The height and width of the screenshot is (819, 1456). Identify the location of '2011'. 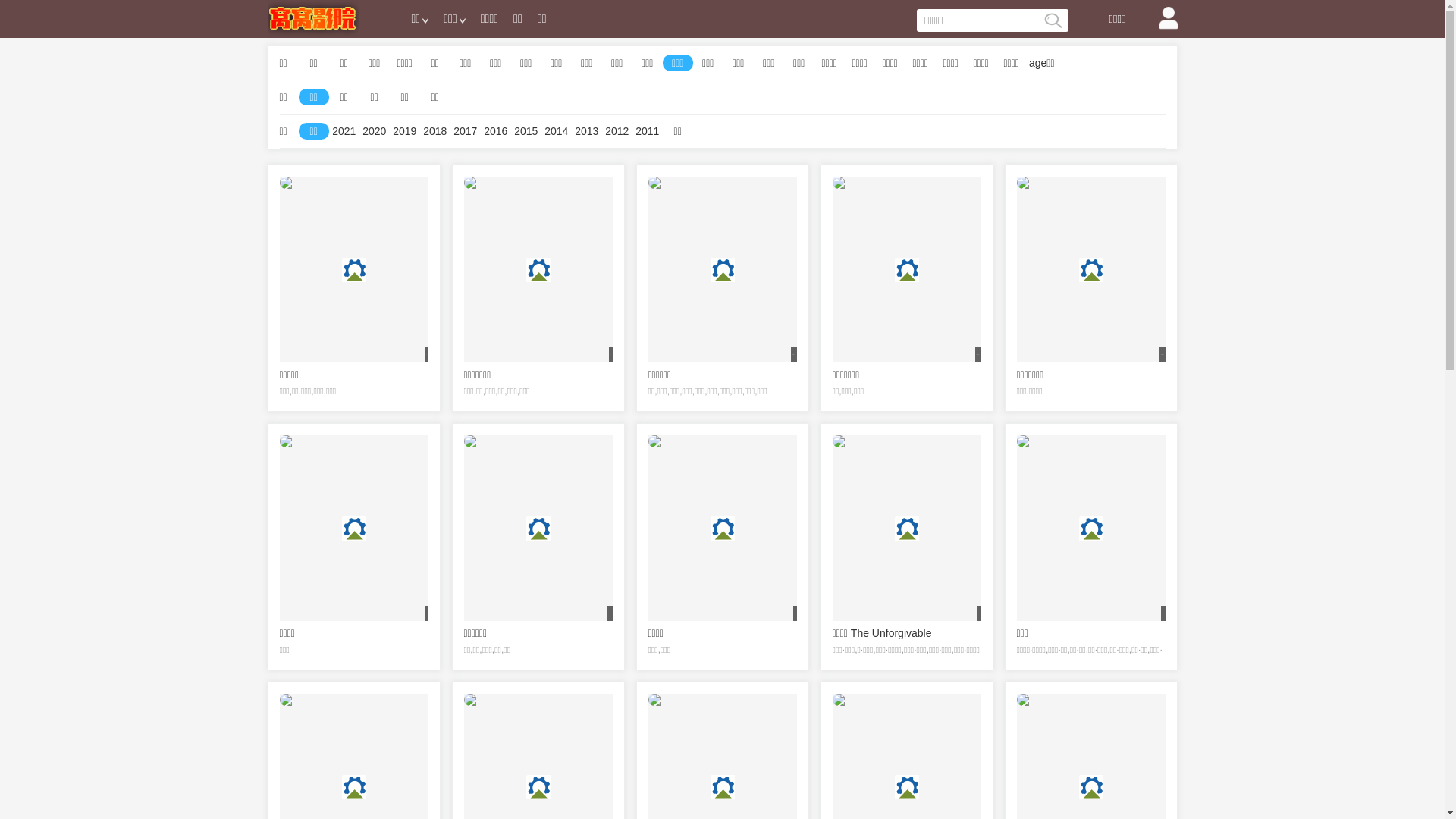
(647, 130).